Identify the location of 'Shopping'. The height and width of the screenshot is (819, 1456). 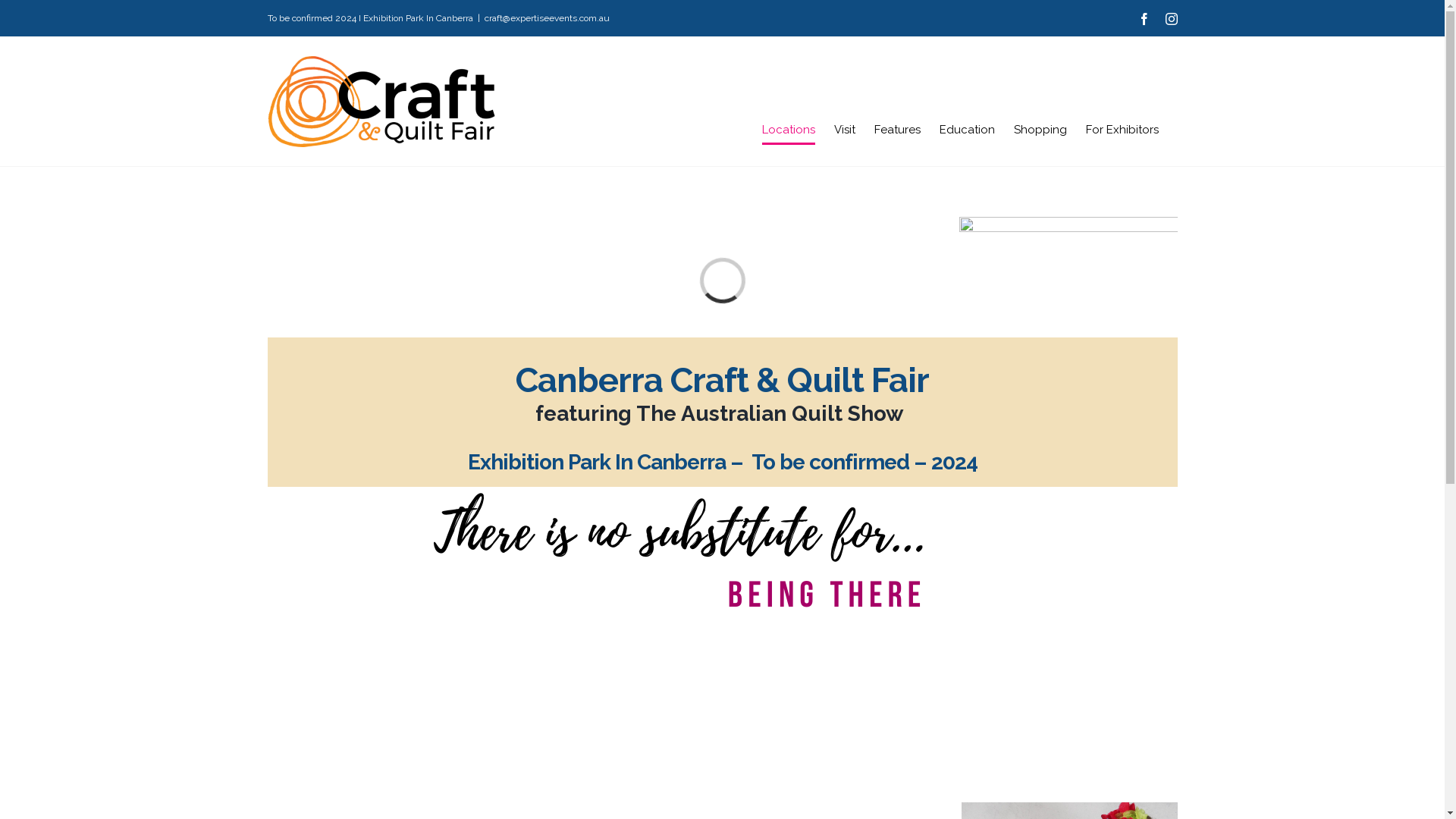
(1039, 128).